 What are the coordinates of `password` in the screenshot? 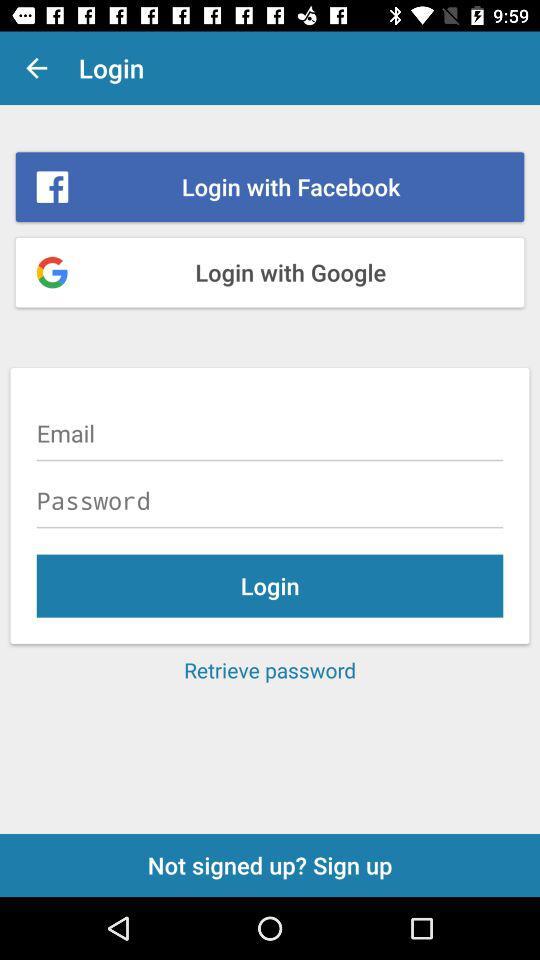 It's located at (270, 499).